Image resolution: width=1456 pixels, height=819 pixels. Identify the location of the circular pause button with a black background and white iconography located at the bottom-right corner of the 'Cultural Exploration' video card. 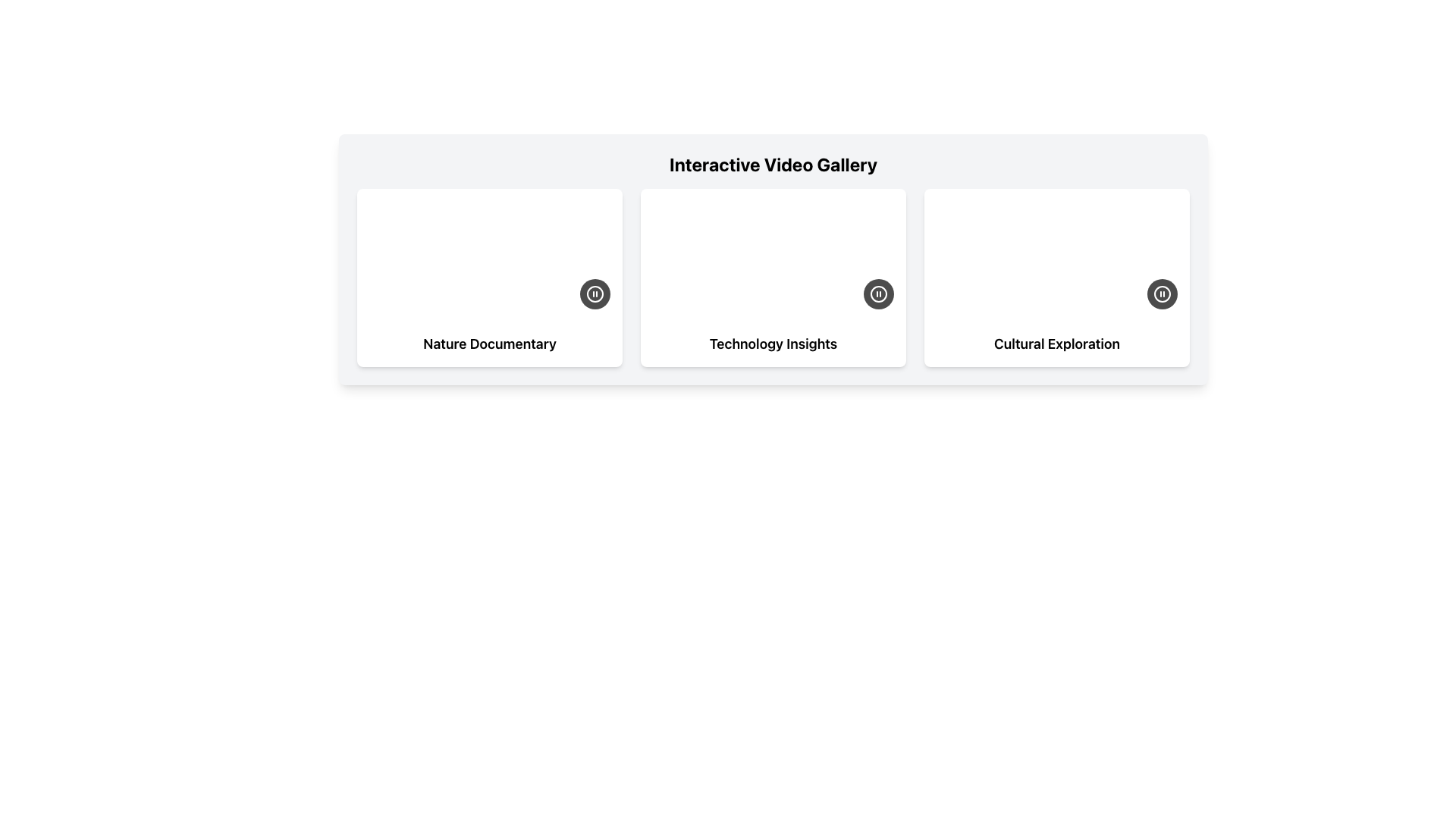
(1161, 294).